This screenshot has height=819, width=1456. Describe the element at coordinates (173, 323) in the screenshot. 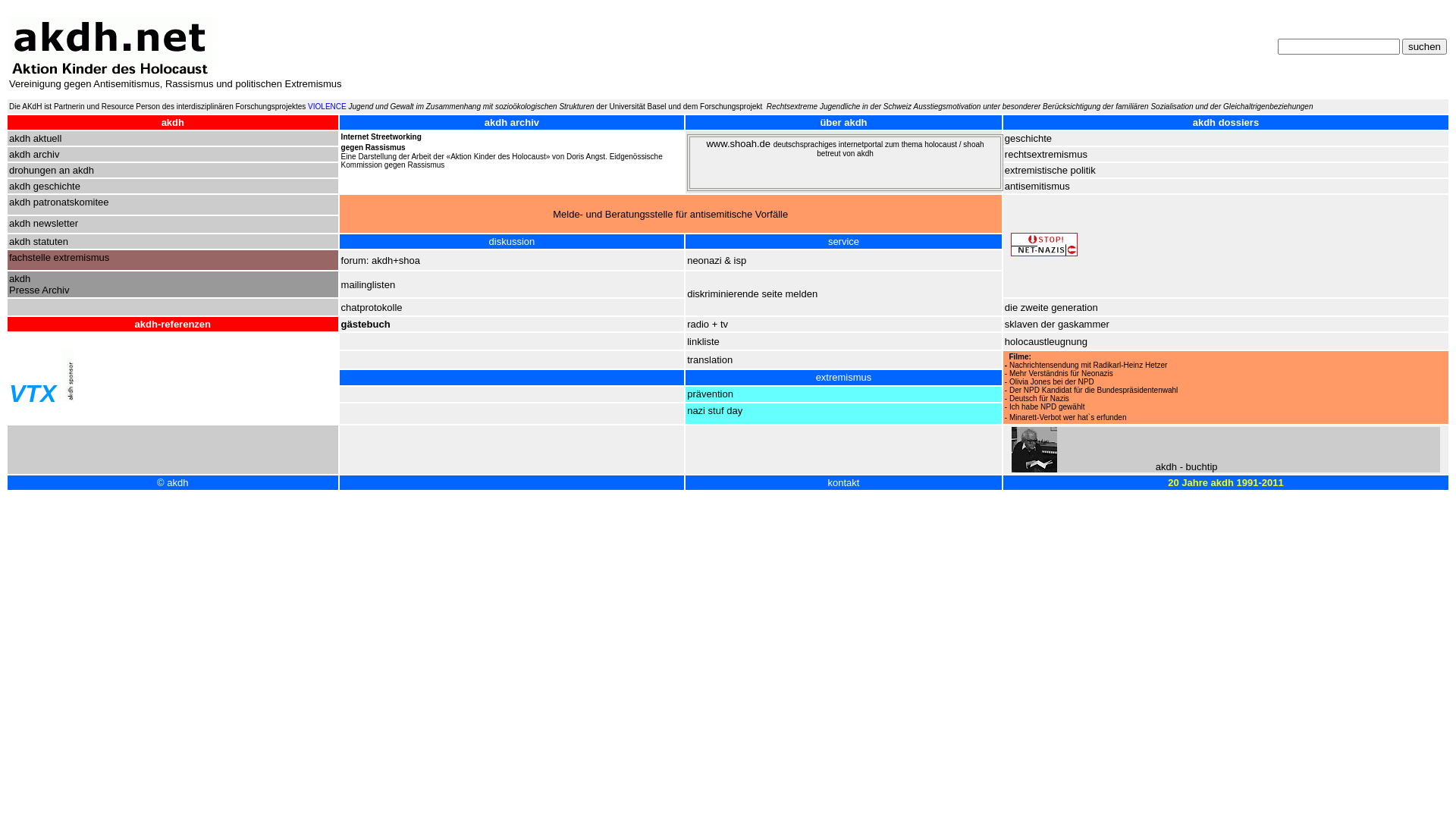

I see `'akdh-referenzen'` at that location.